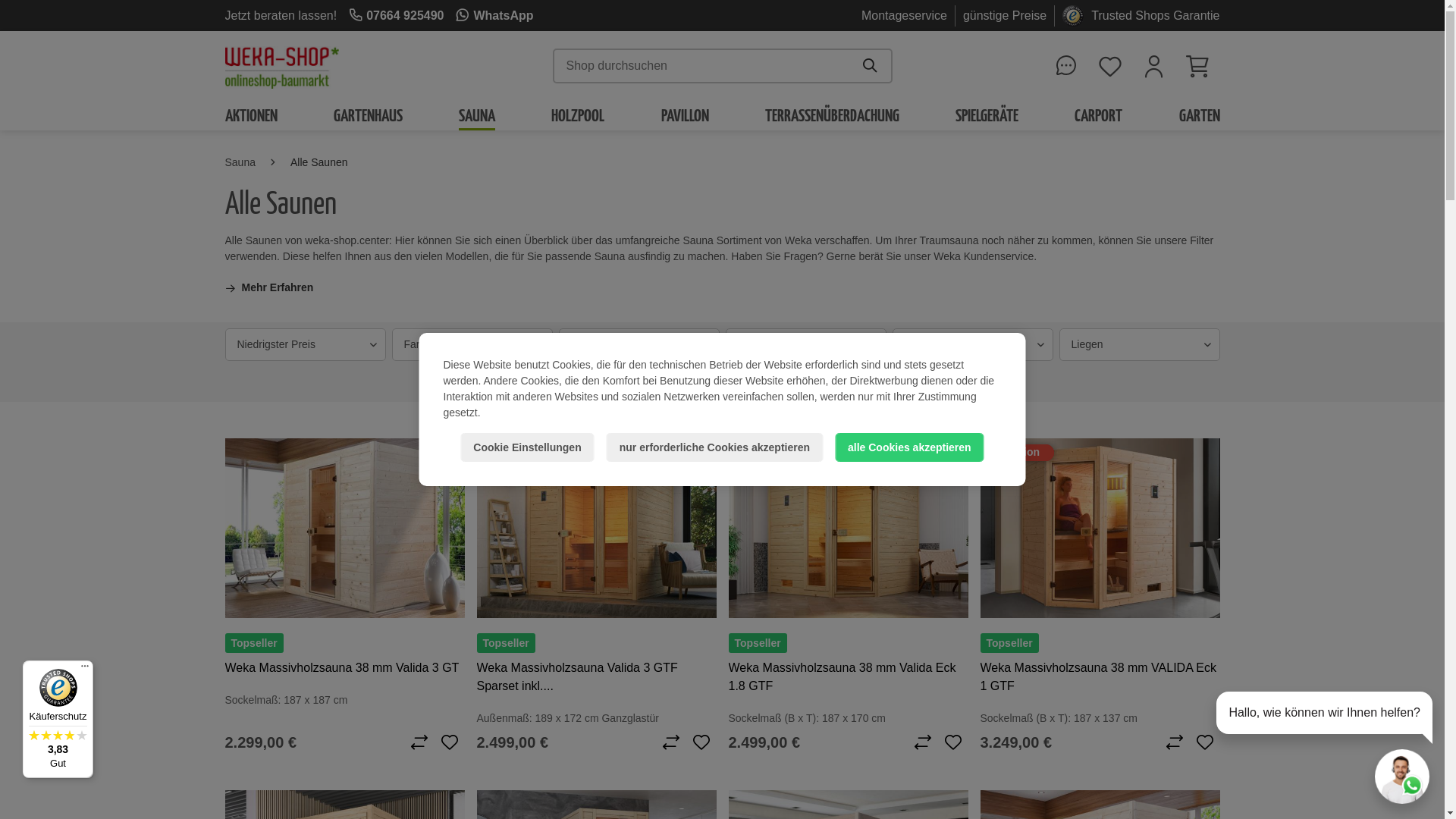 The width and height of the screenshot is (1456, 819). Describe the element at coordinates (250, 113) in the screenshot. I see `'AKTIONEN'` at that location.